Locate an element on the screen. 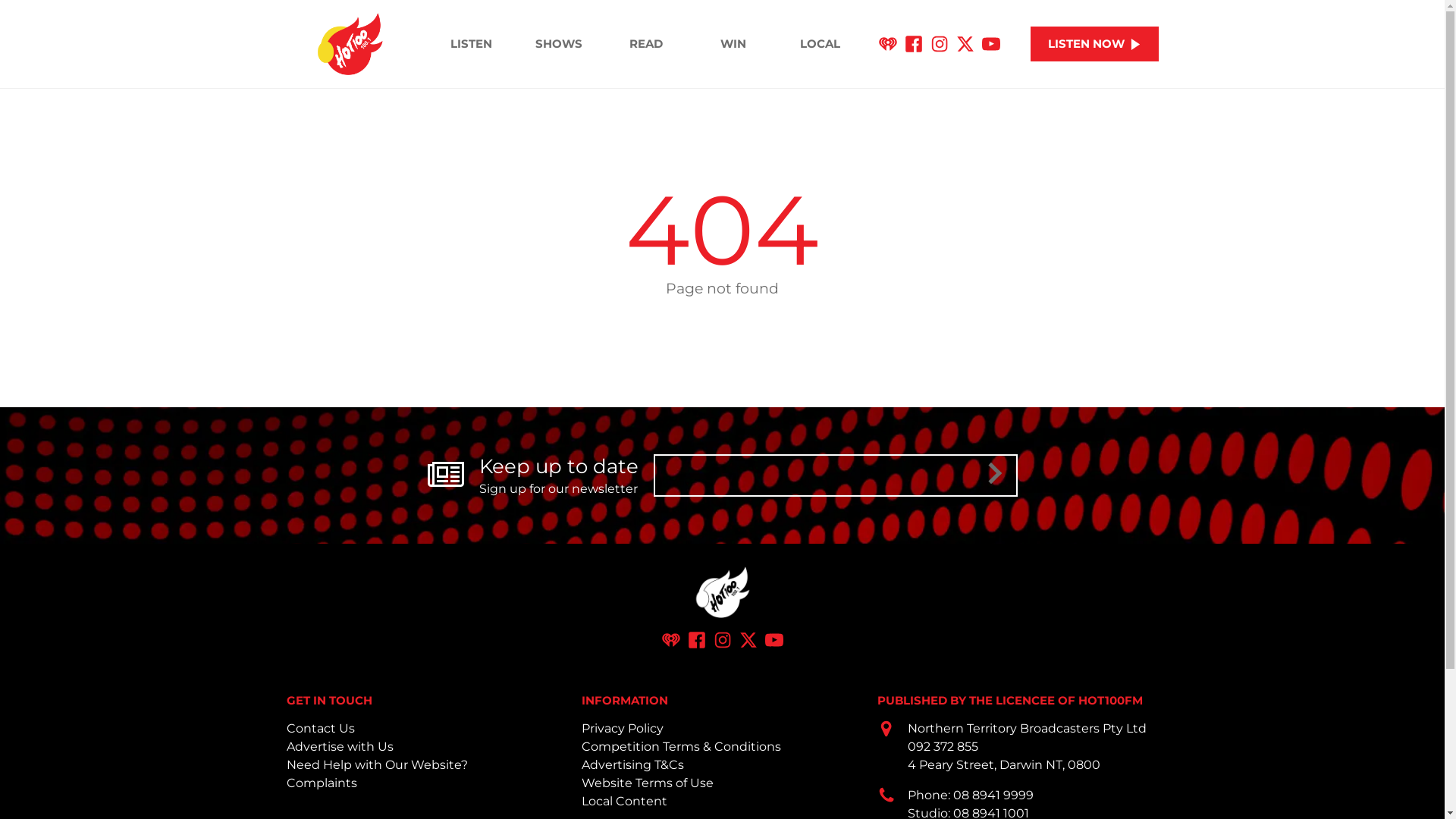  'LISTEN NOW' is located at coordinates (1094, 43).